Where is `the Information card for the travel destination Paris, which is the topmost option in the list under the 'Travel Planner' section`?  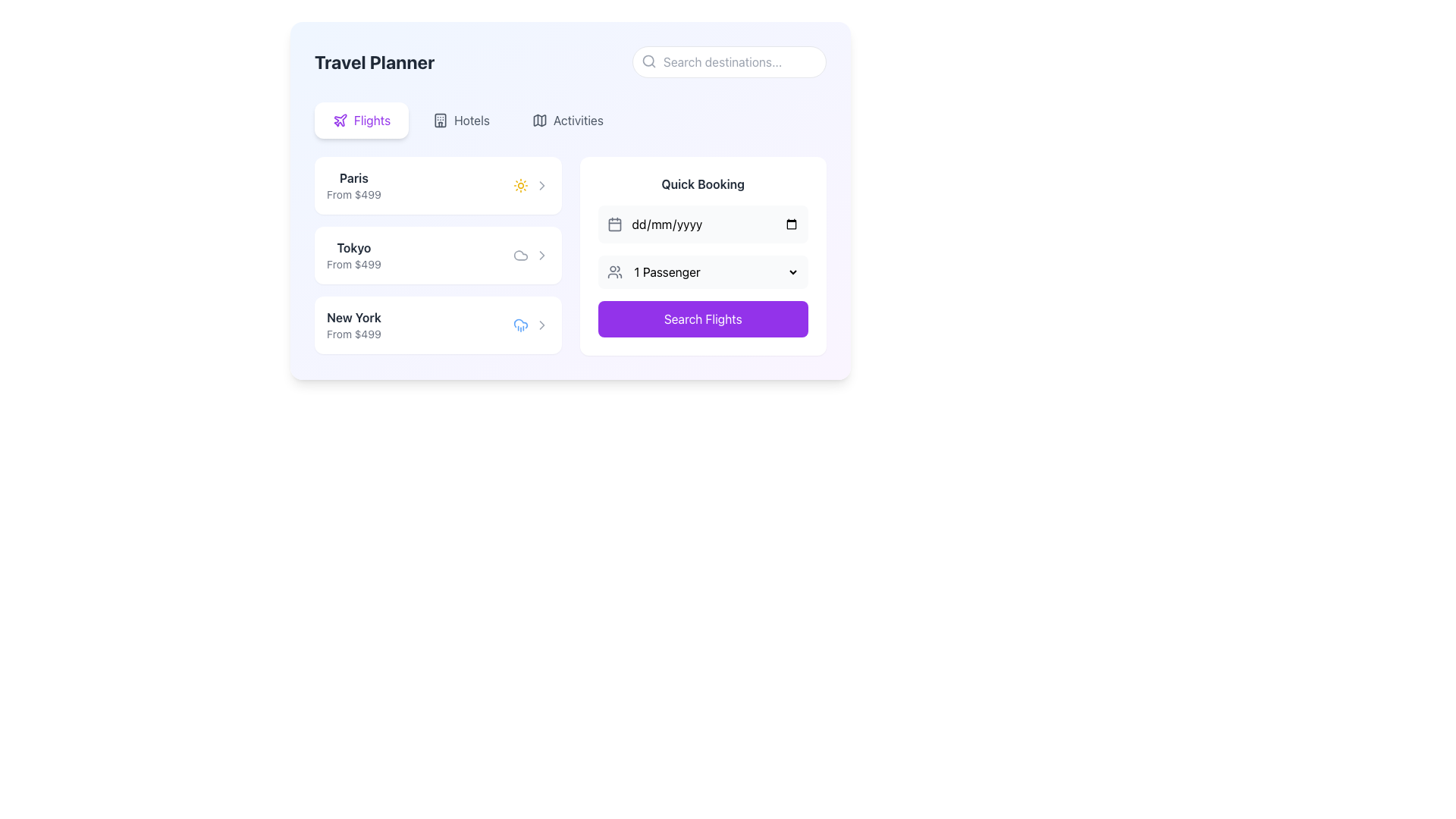 the Information card for the travel destination Paris, which is the topmost option in the list under the 'Travel Planner' section is located at coordinates (437, 185).